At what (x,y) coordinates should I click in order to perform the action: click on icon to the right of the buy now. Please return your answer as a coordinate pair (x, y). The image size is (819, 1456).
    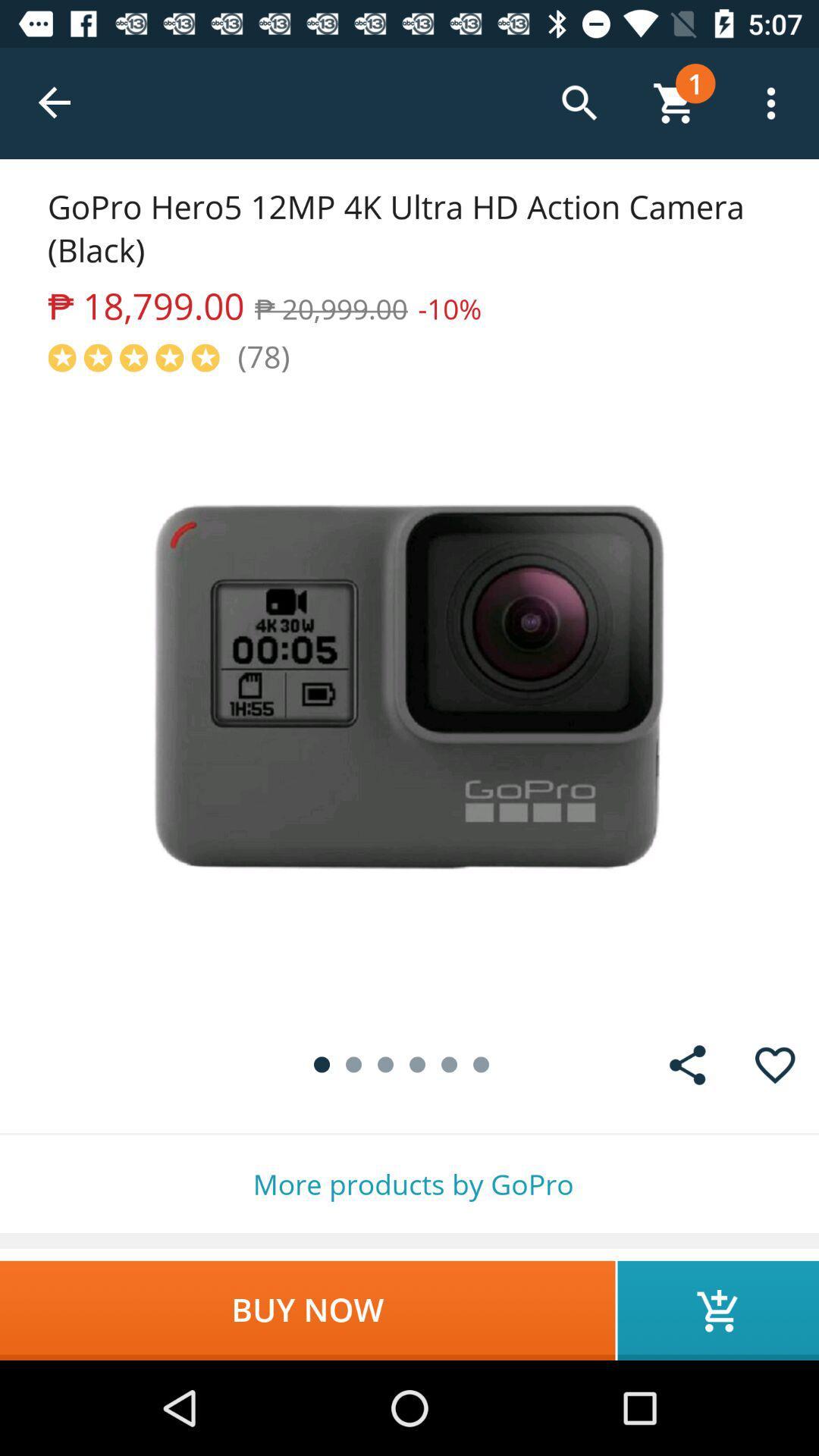
    Looking at the image, I should click on (717, 1310).